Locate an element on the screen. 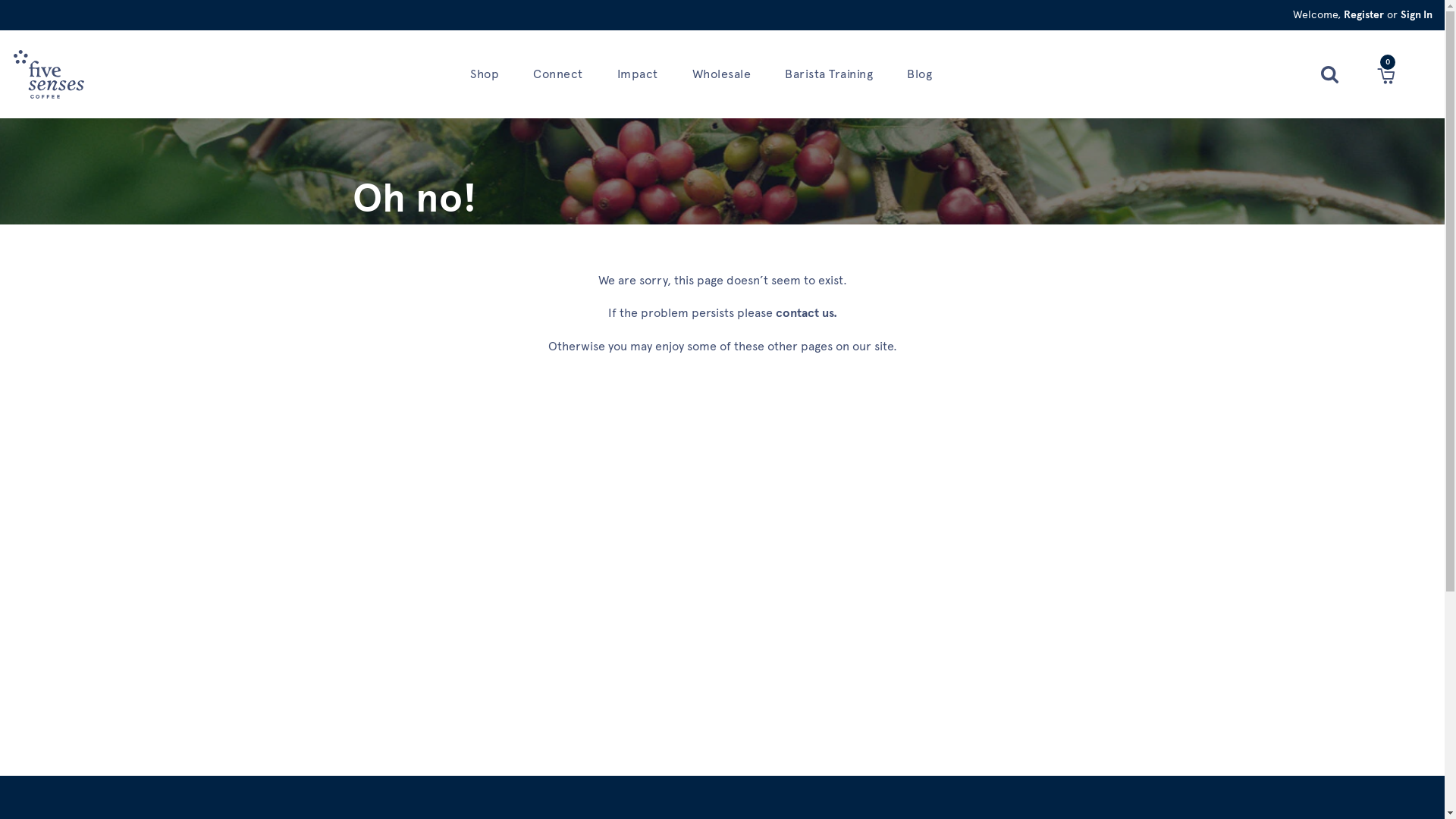  'Barista Training' is located at coordinates (830, 74).